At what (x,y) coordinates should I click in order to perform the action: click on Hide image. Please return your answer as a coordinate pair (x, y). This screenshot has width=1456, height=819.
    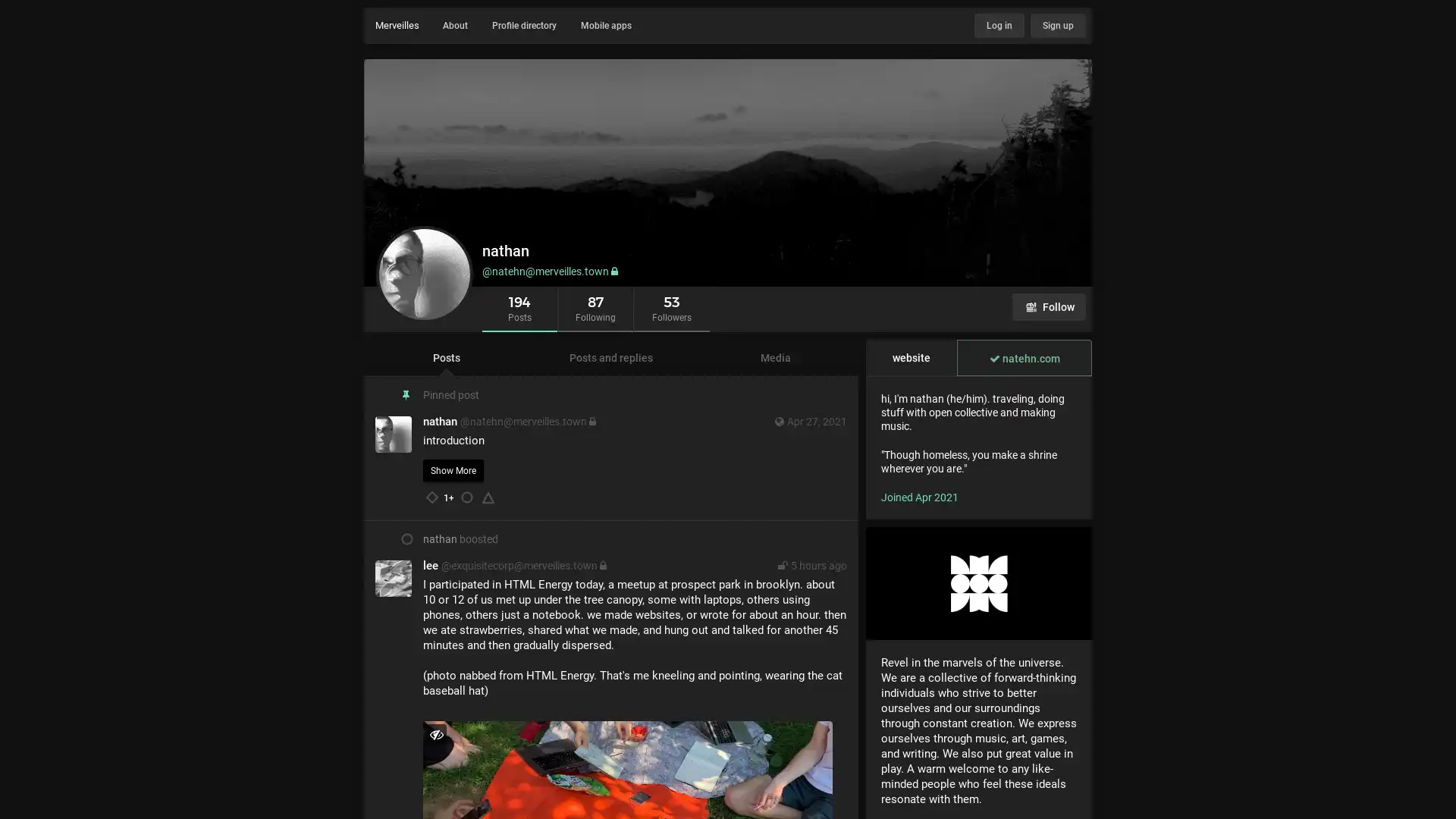
    Looking at the image, I should click on (435, 733).